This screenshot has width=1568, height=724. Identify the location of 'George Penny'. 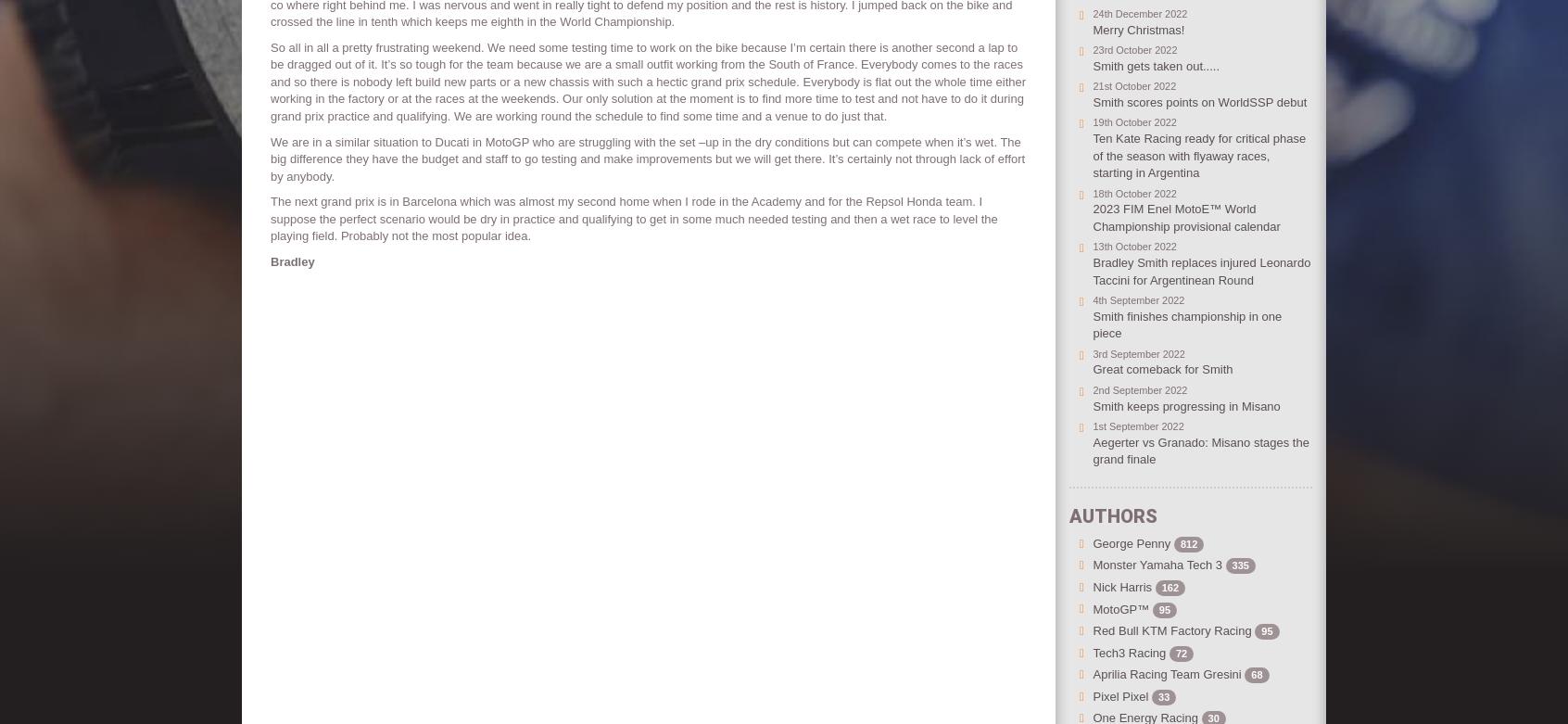
(1132, 542).